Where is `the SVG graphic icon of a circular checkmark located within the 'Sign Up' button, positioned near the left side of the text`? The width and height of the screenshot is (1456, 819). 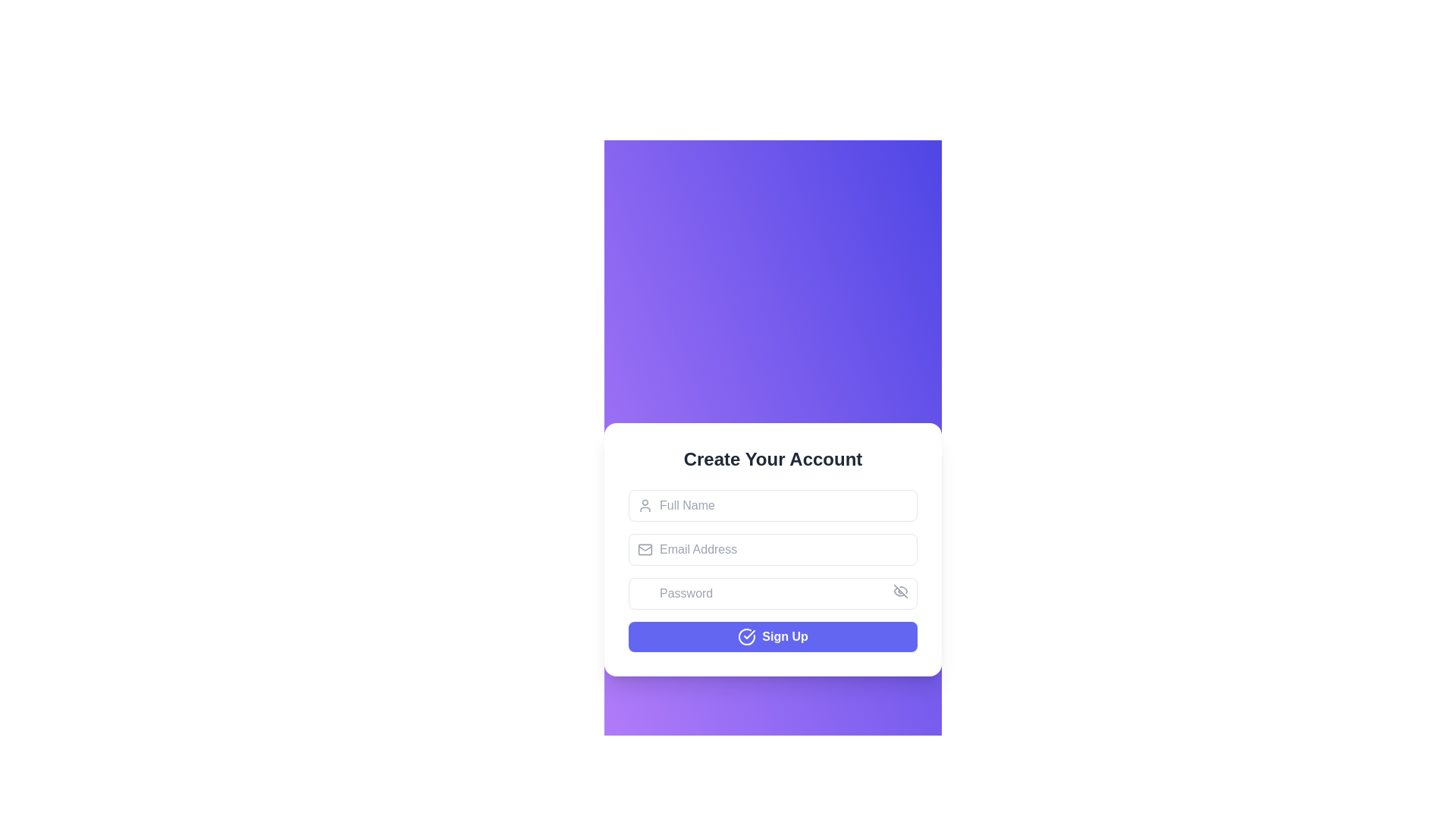 the SVG graphic icon of a circular checkmark located within the 'Sign Up' button, positioned near the left side of the text is located at coordinates (747, 637).